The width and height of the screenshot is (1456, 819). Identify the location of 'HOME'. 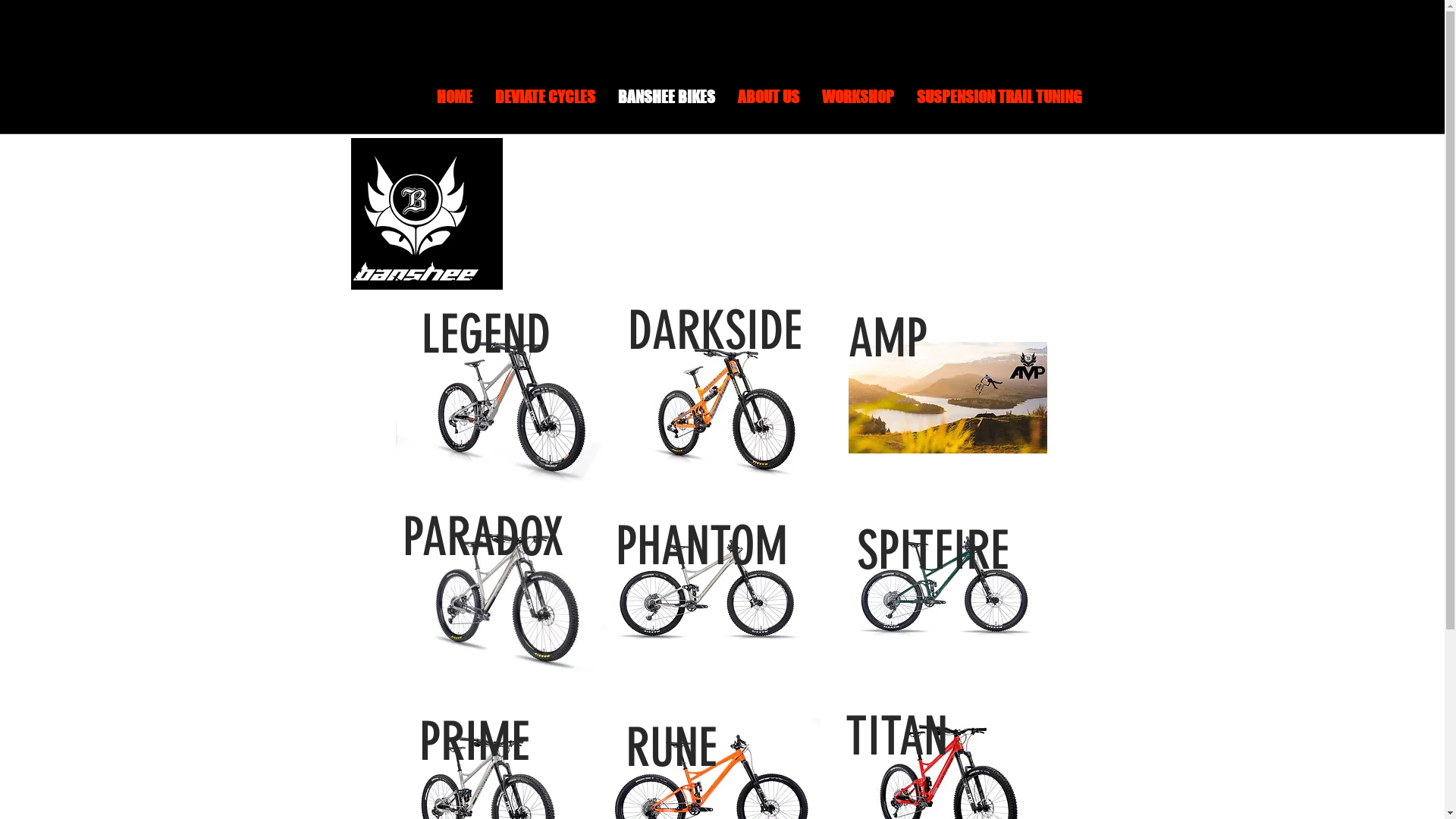
(453, 106).